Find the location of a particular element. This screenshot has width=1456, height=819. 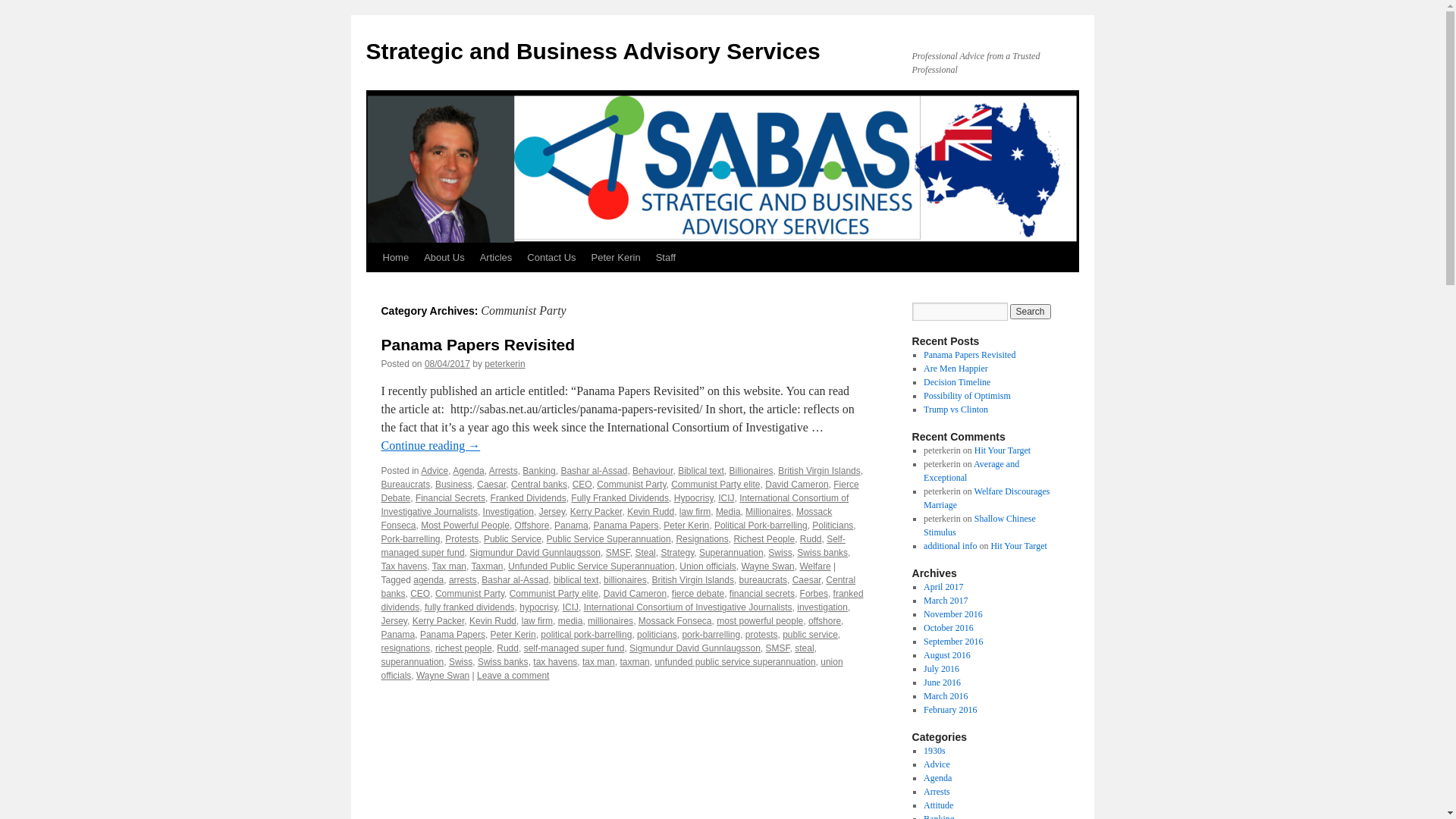

'Offshore' is located at coordinates (514, 525).